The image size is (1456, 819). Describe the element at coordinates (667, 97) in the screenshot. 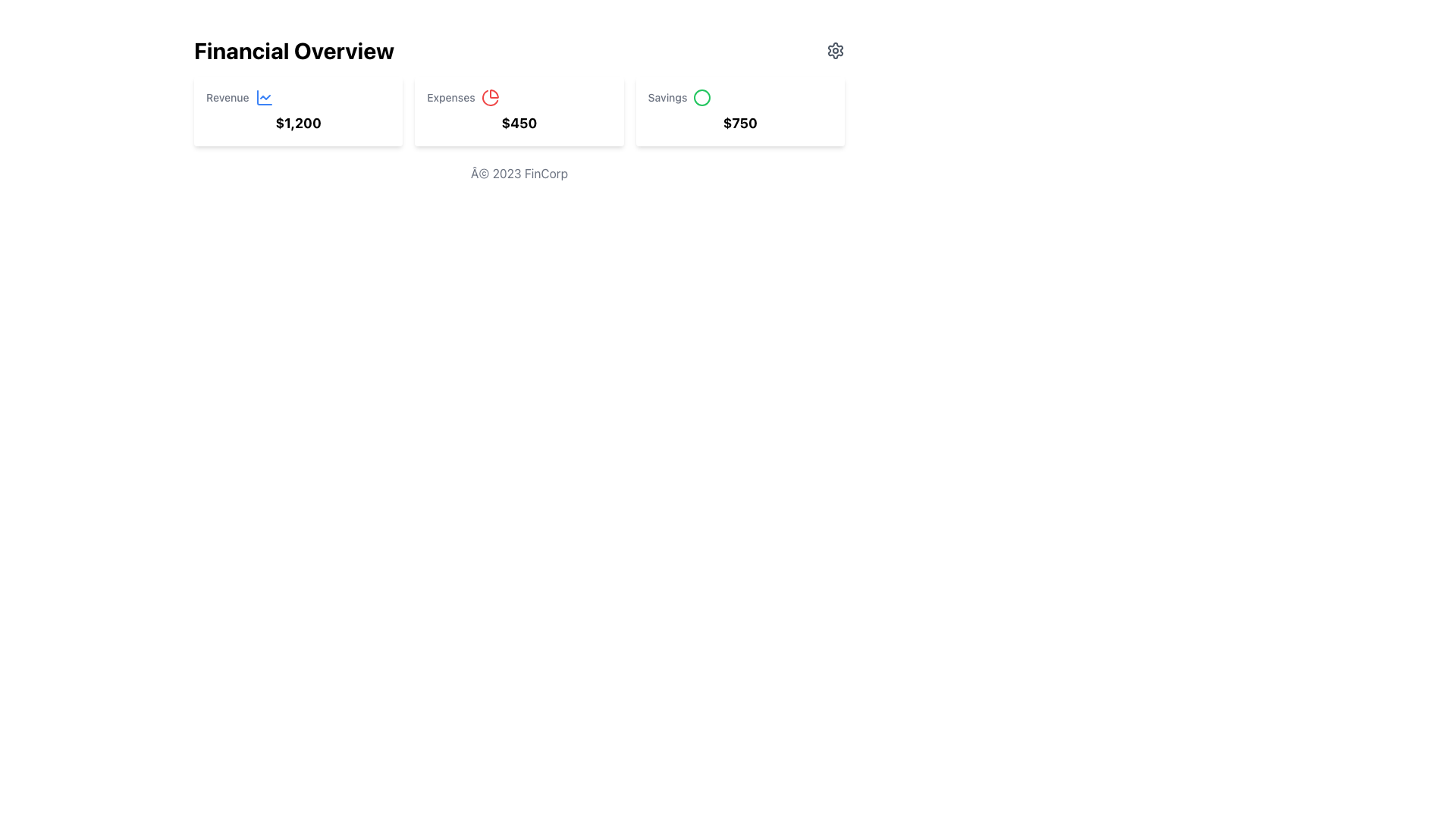

I see `the Text Label indicating the category 'Savings', which is positioned at the top-left corner of its containing flex box and above a monetary value` at that location.